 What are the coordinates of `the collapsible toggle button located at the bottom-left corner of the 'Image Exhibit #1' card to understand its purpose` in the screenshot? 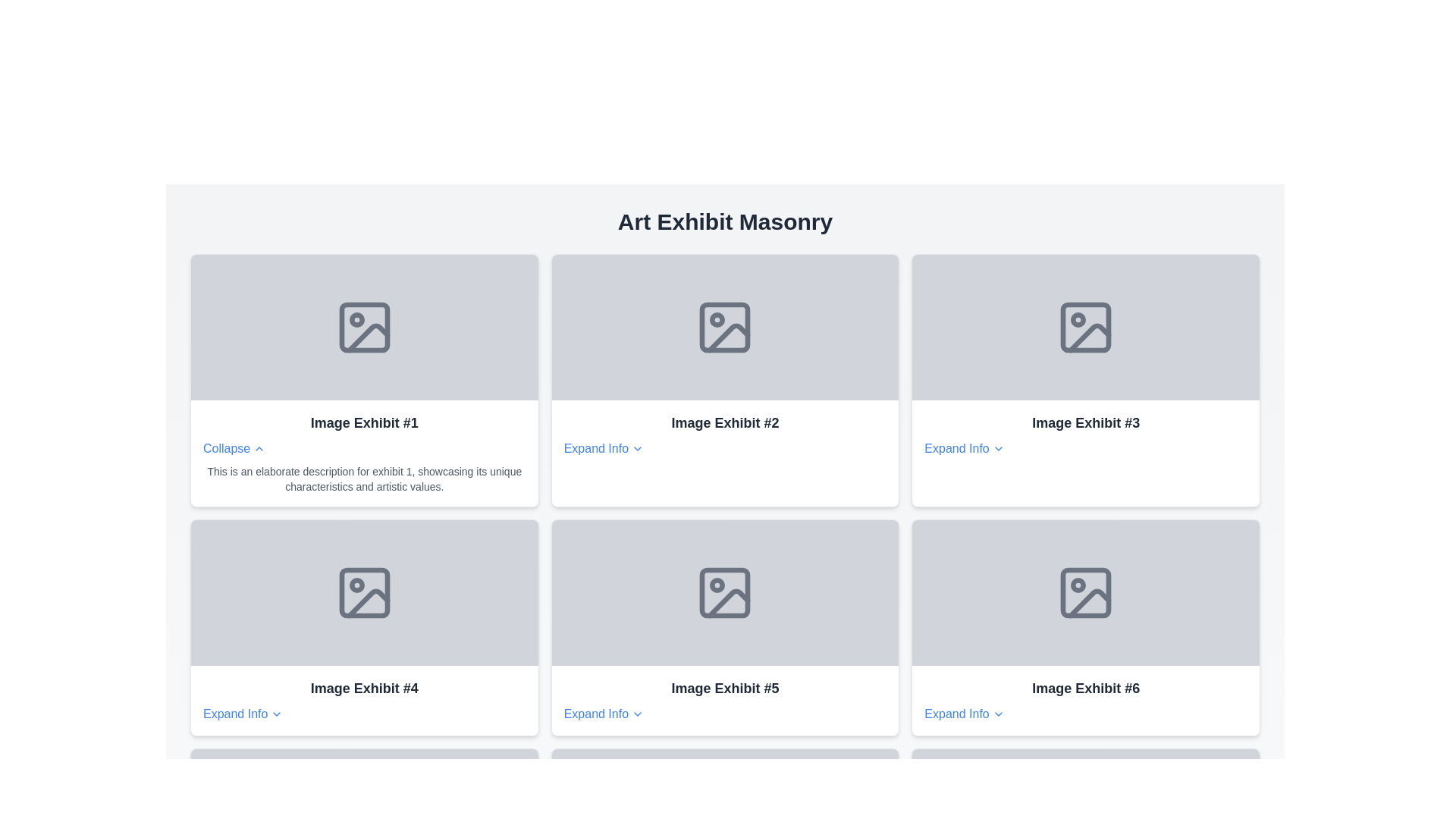 It's located at (234, 447).